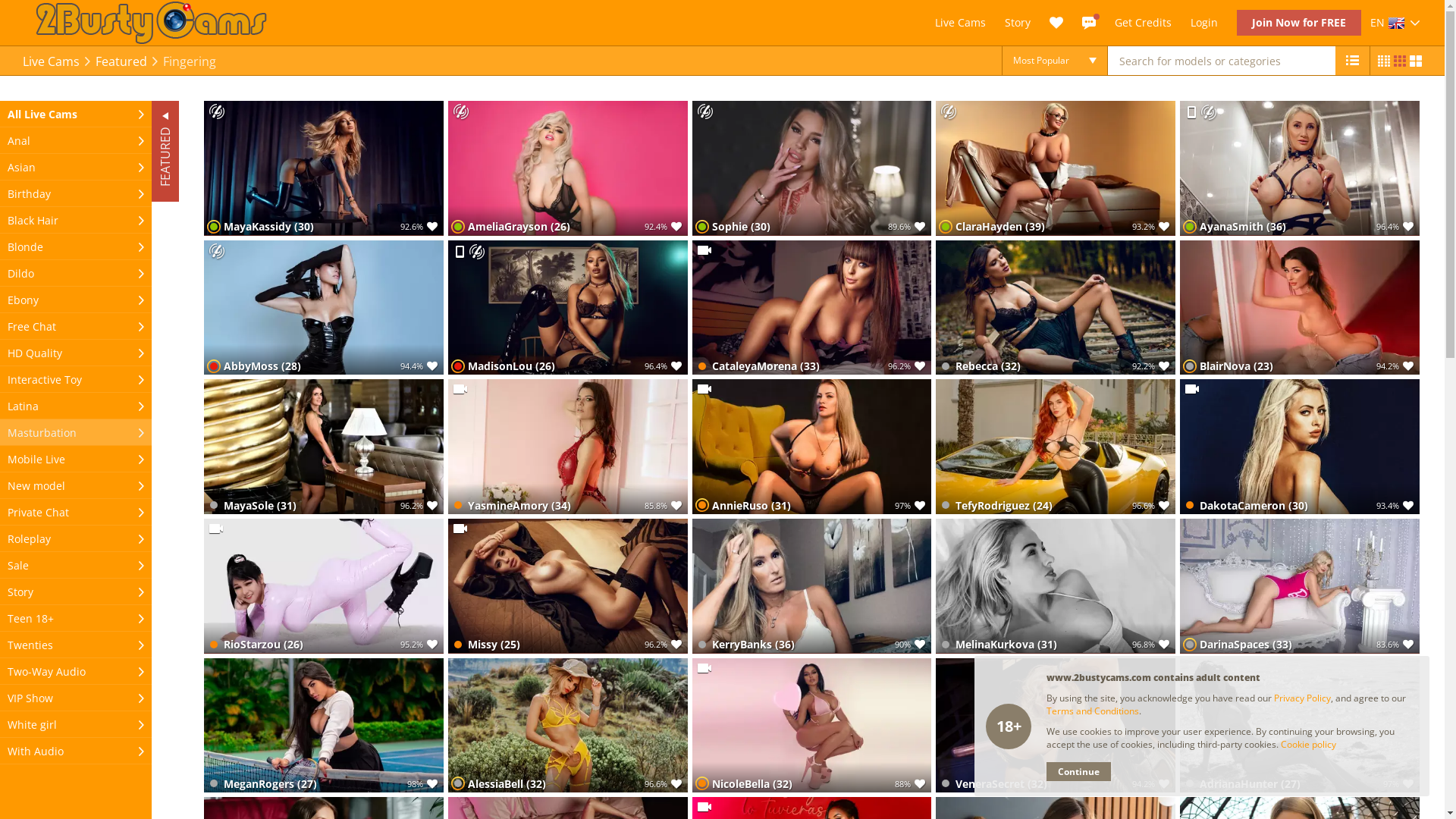 The height and width of the screenshot is (819, 1456). I want to click on 'Sophie (30), so click(811, 168).